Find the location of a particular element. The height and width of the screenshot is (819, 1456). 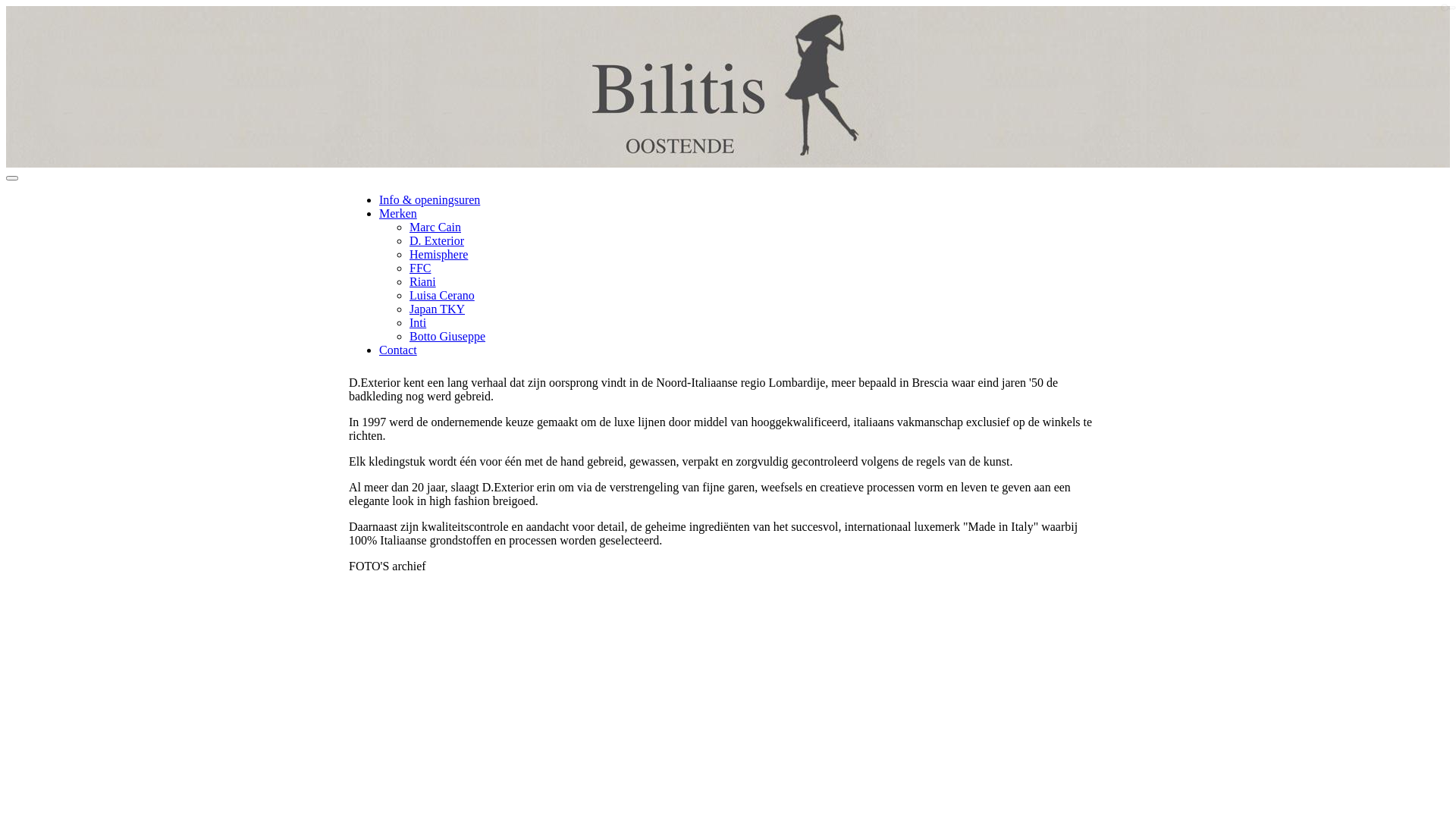

'Hemisphere' is located at coordinates (438, 253).